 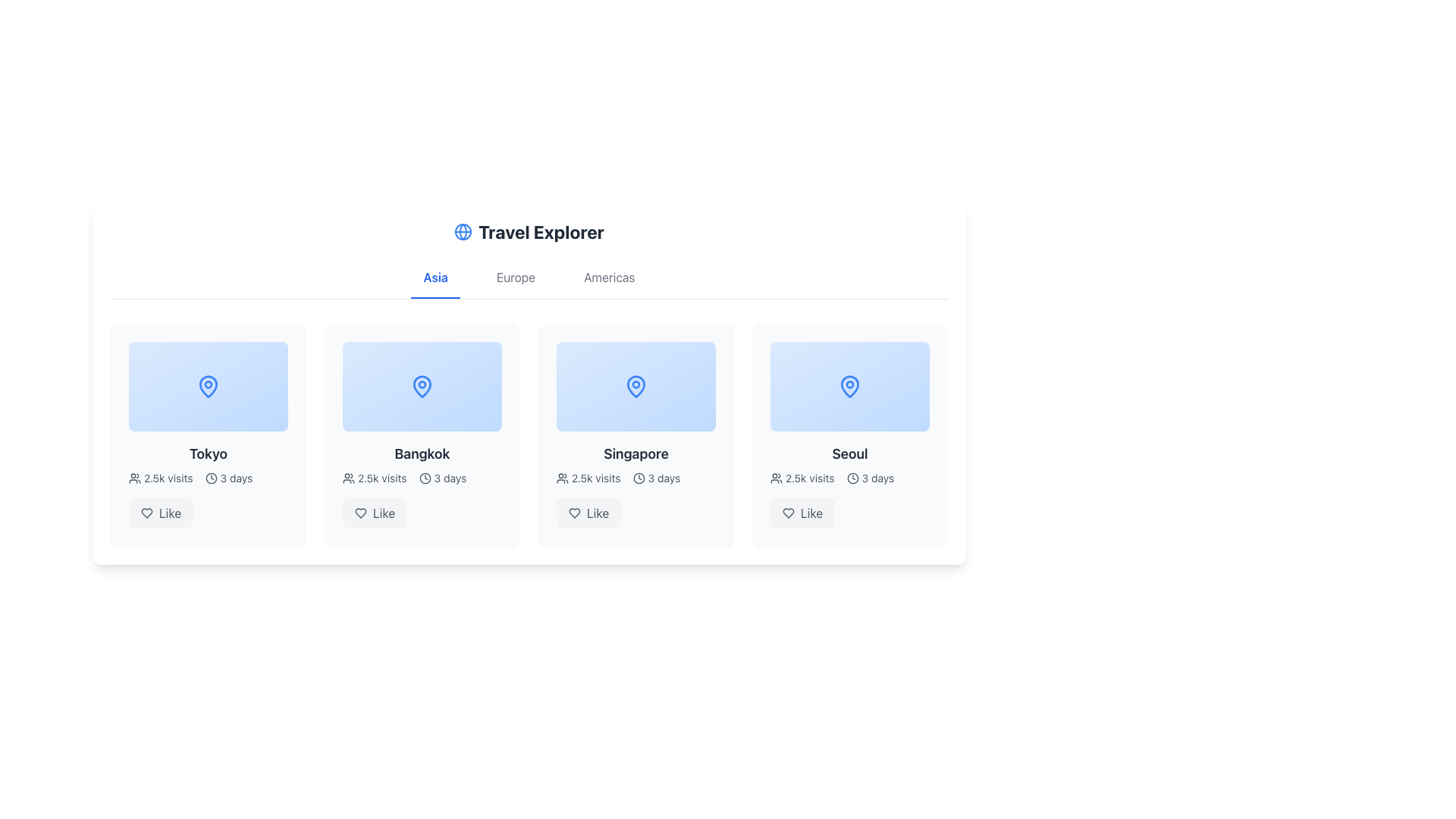 What do you see at coordinates (359, 513) in the screenshot?
I see `the heart icon located below the 'Bangkok' destination card` at bounding box center [359, 513].